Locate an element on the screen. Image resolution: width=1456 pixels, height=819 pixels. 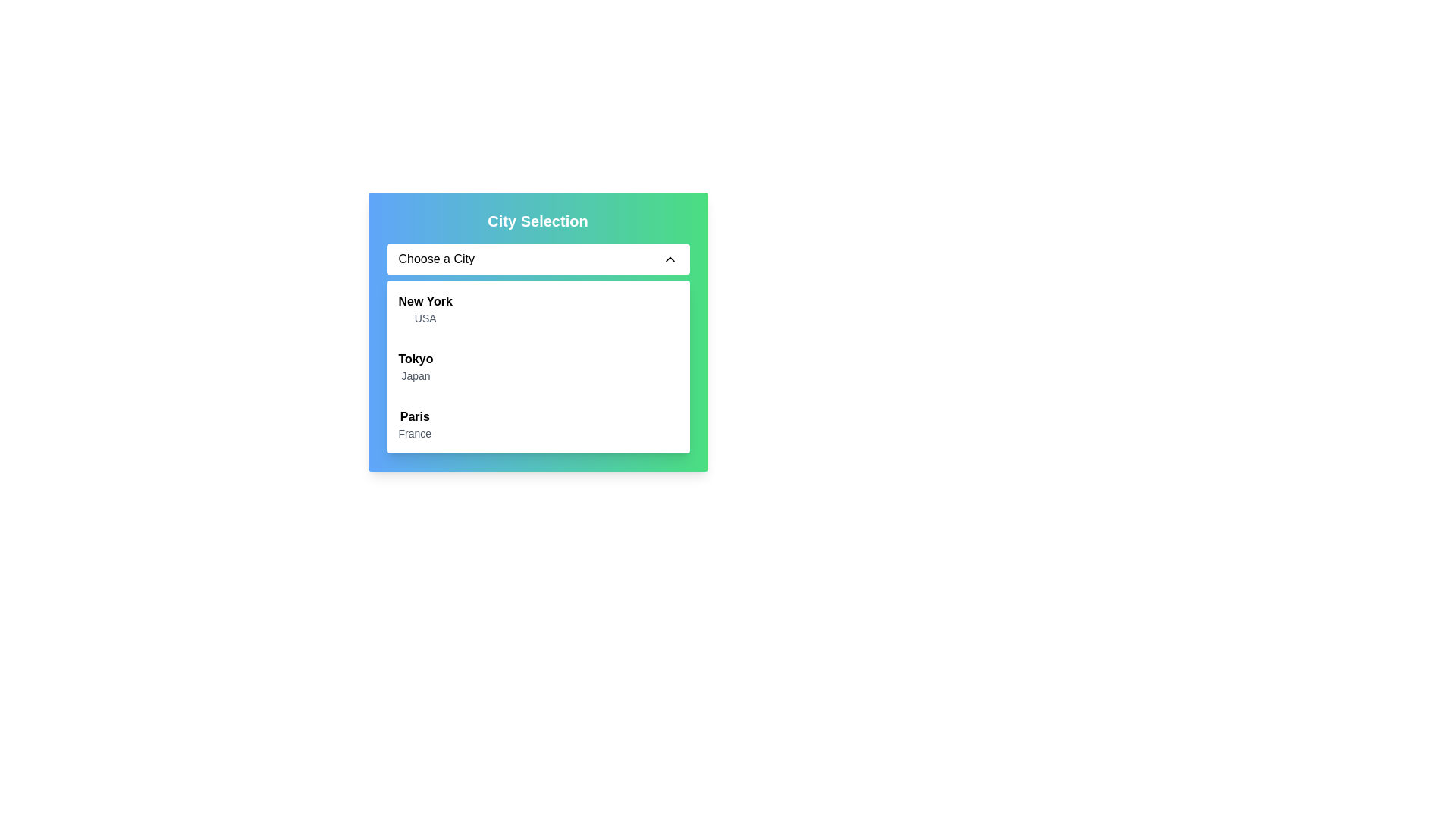
the first selectable item in the dropdown list to choose 'New York, USA' is located at coordinates (538, 309).